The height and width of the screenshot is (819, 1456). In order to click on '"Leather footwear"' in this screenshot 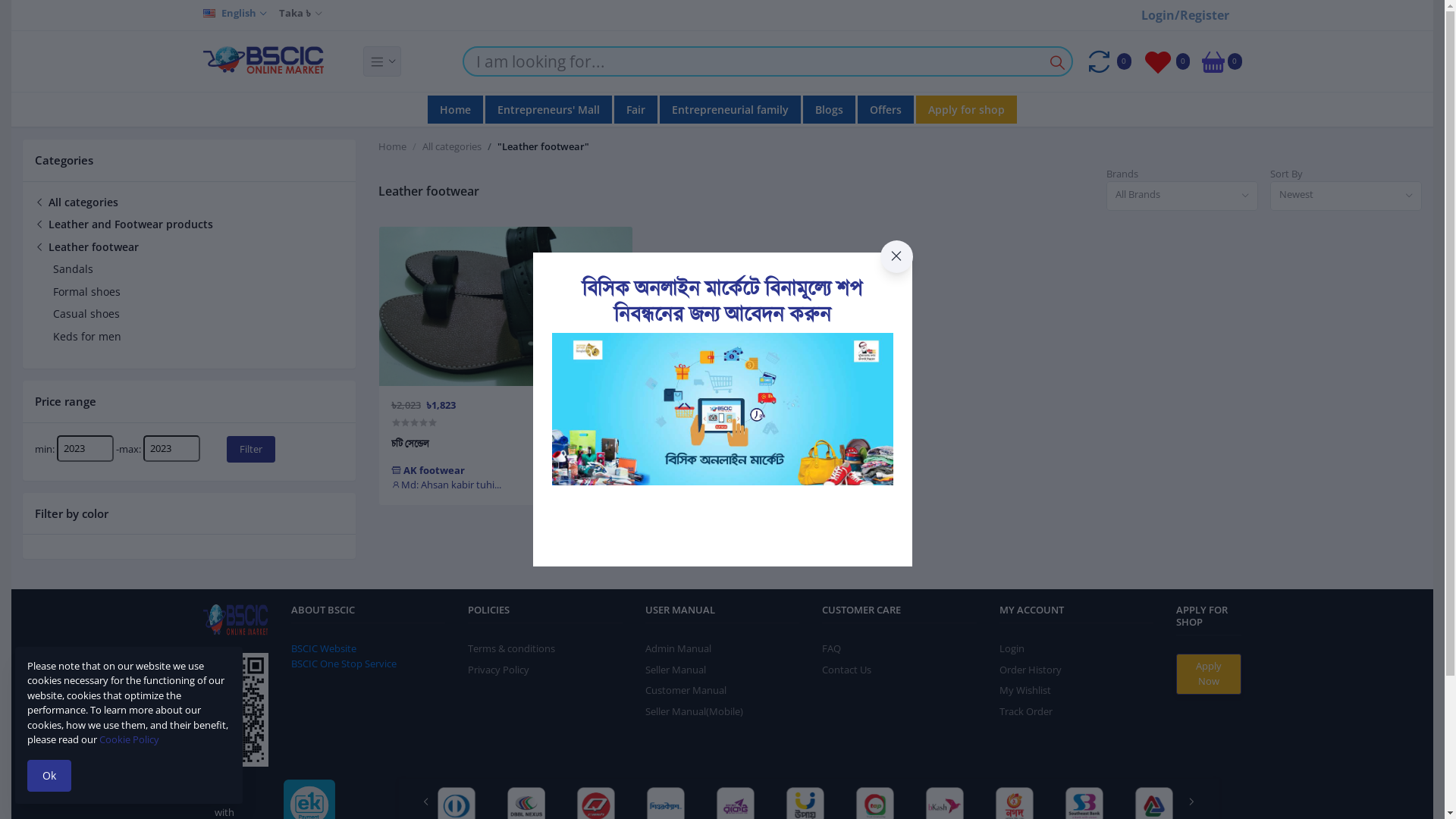, I will do `click(543, 146)`.